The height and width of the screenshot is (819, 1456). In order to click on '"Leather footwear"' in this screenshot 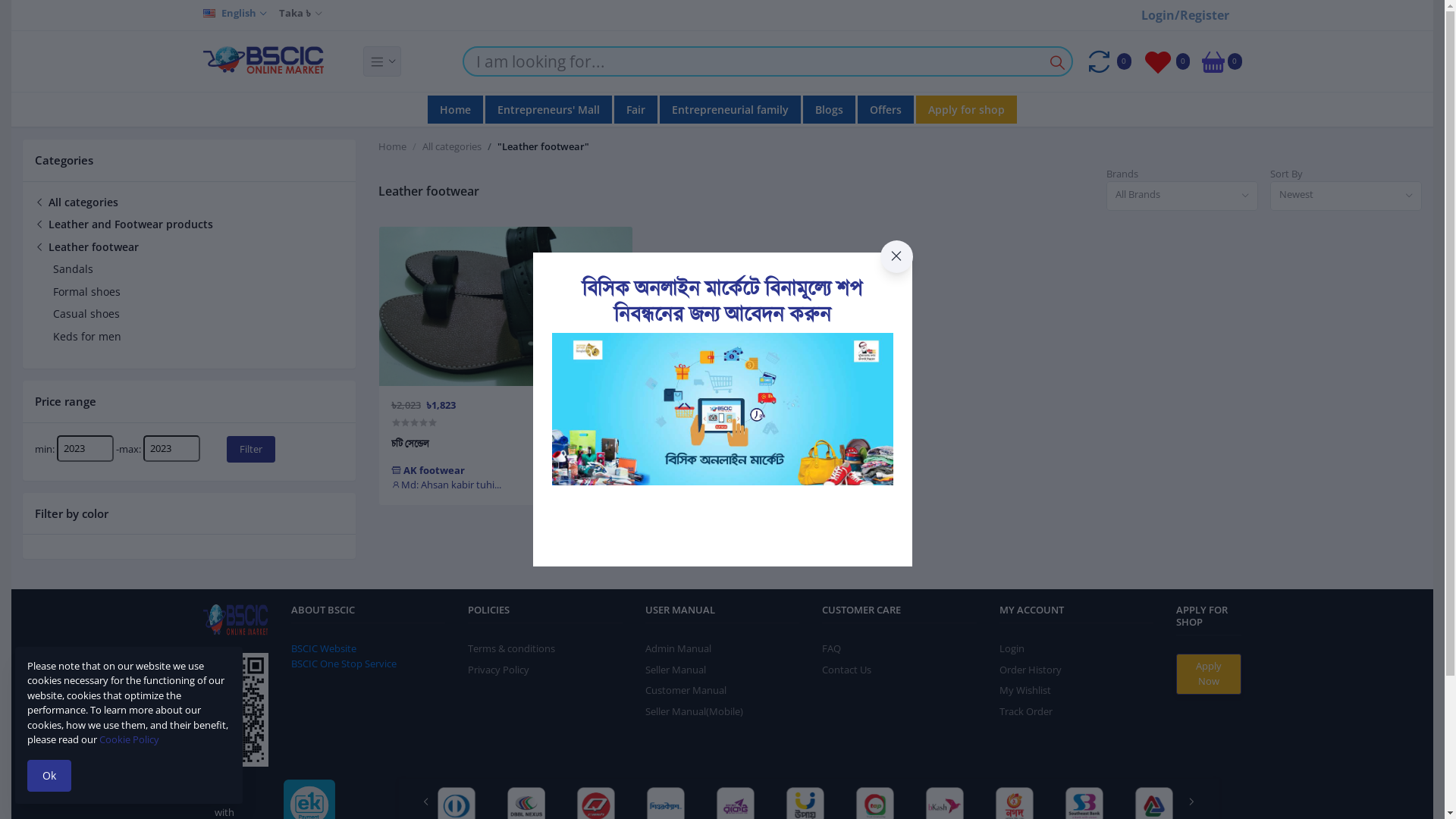, I will do `click(543, 146)`.